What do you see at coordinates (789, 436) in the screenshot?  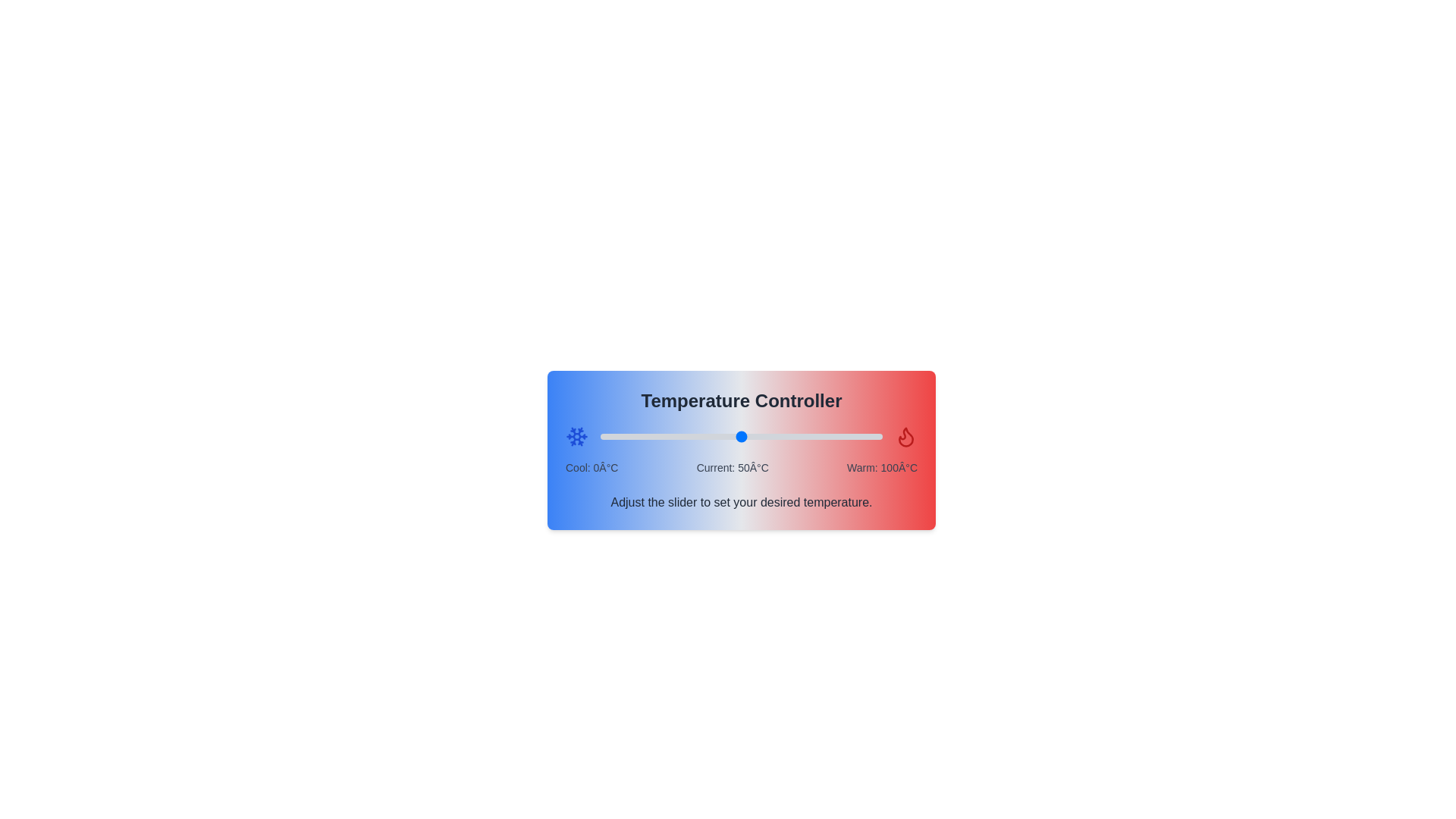 I see `the temperature slider to 67°C` at bounding box center [789, 436].